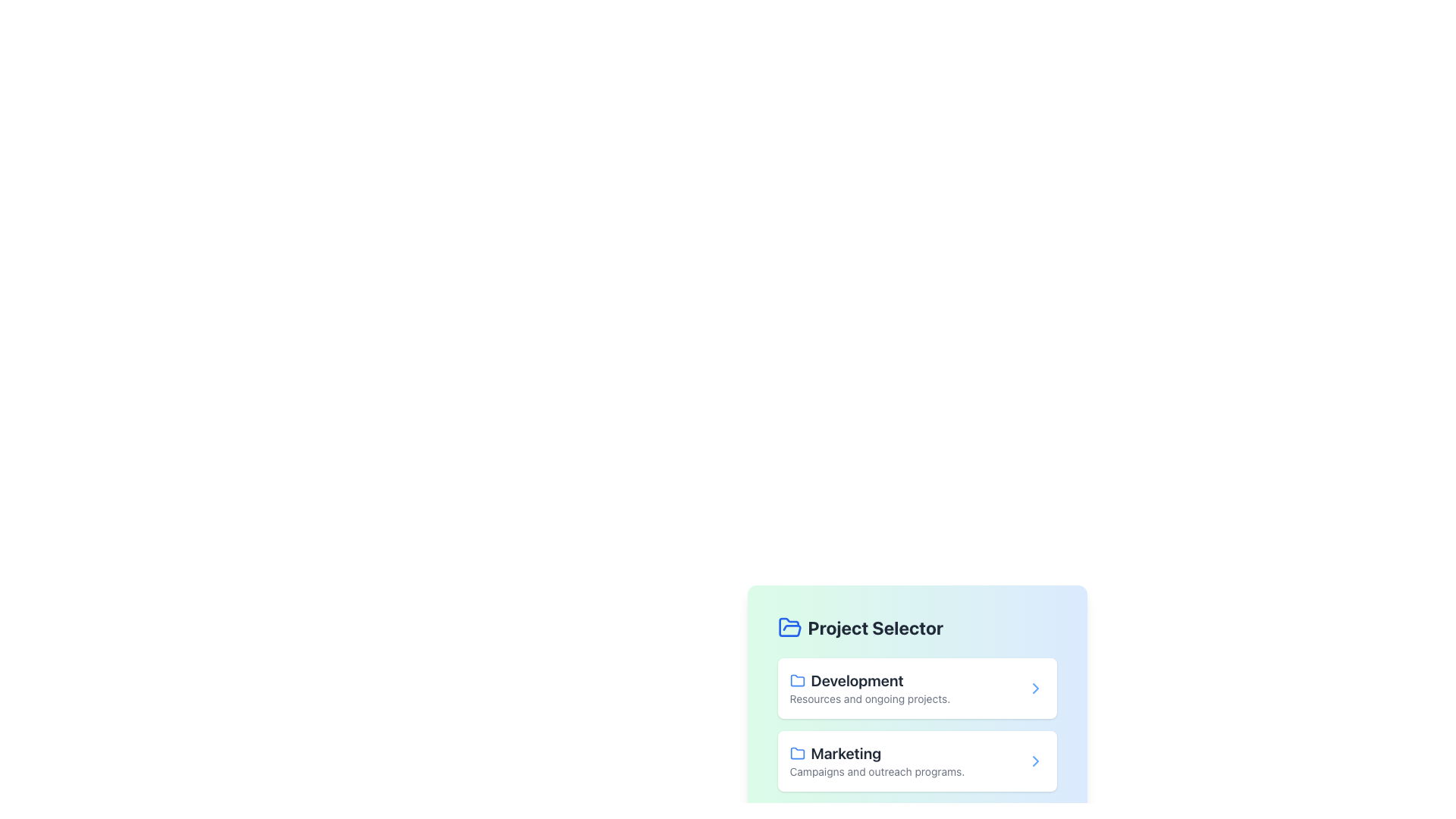 The width and height of the screenshot is (1456, 819). What do you see at coordinates (877, 772) in the screenshot?
I see `the descriptive subtitle text for the 'Marketing' card in the 'Project Selector' interface, which is positioned below the bold 'Marketing' text` at bounding box center [877, 772].